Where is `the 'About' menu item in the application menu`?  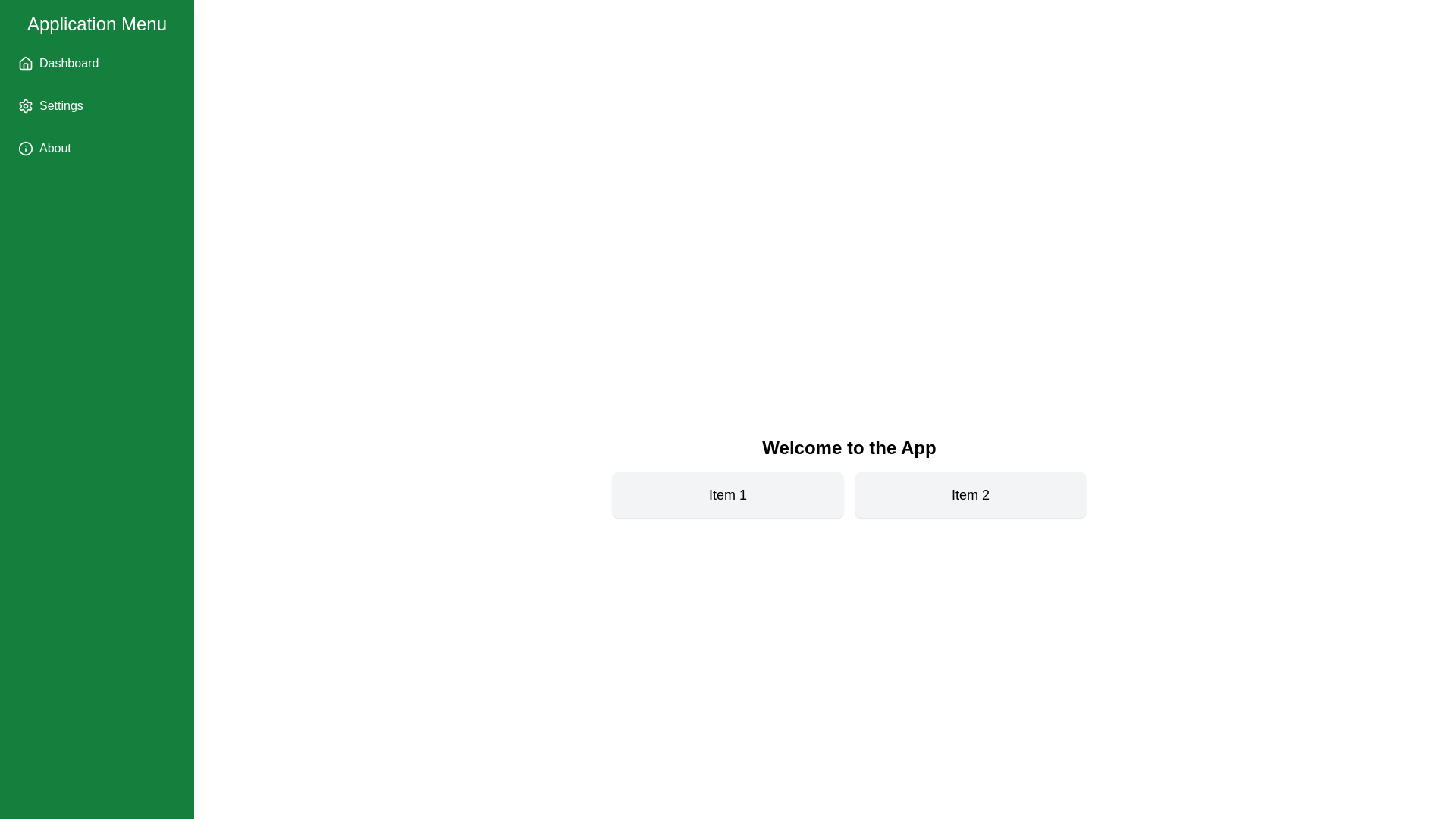 the 'About' menu item in the application menu is located at coordinates (96, 149).